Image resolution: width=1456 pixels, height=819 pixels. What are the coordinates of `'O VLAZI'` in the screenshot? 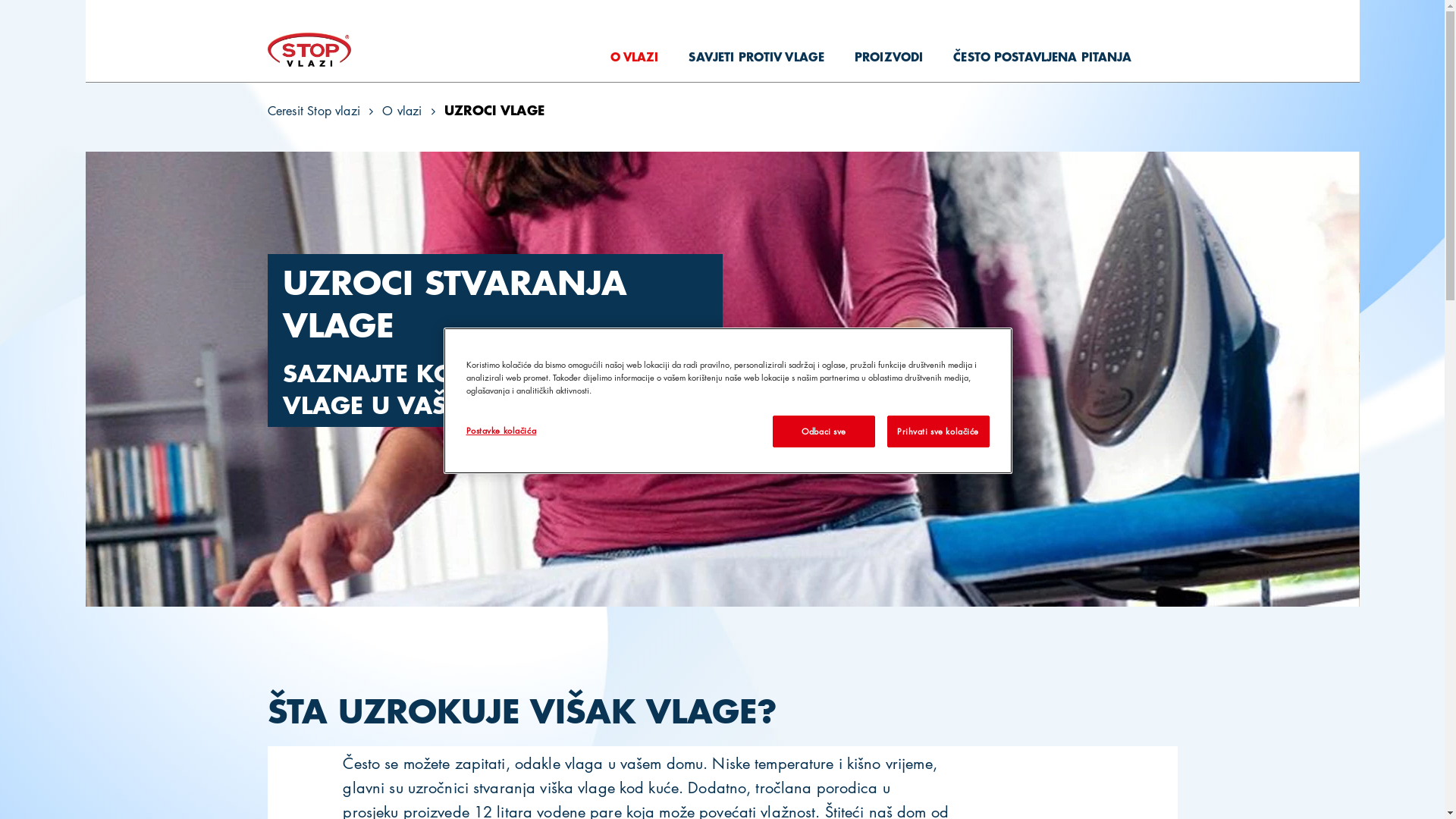 It's located at (595, 55).